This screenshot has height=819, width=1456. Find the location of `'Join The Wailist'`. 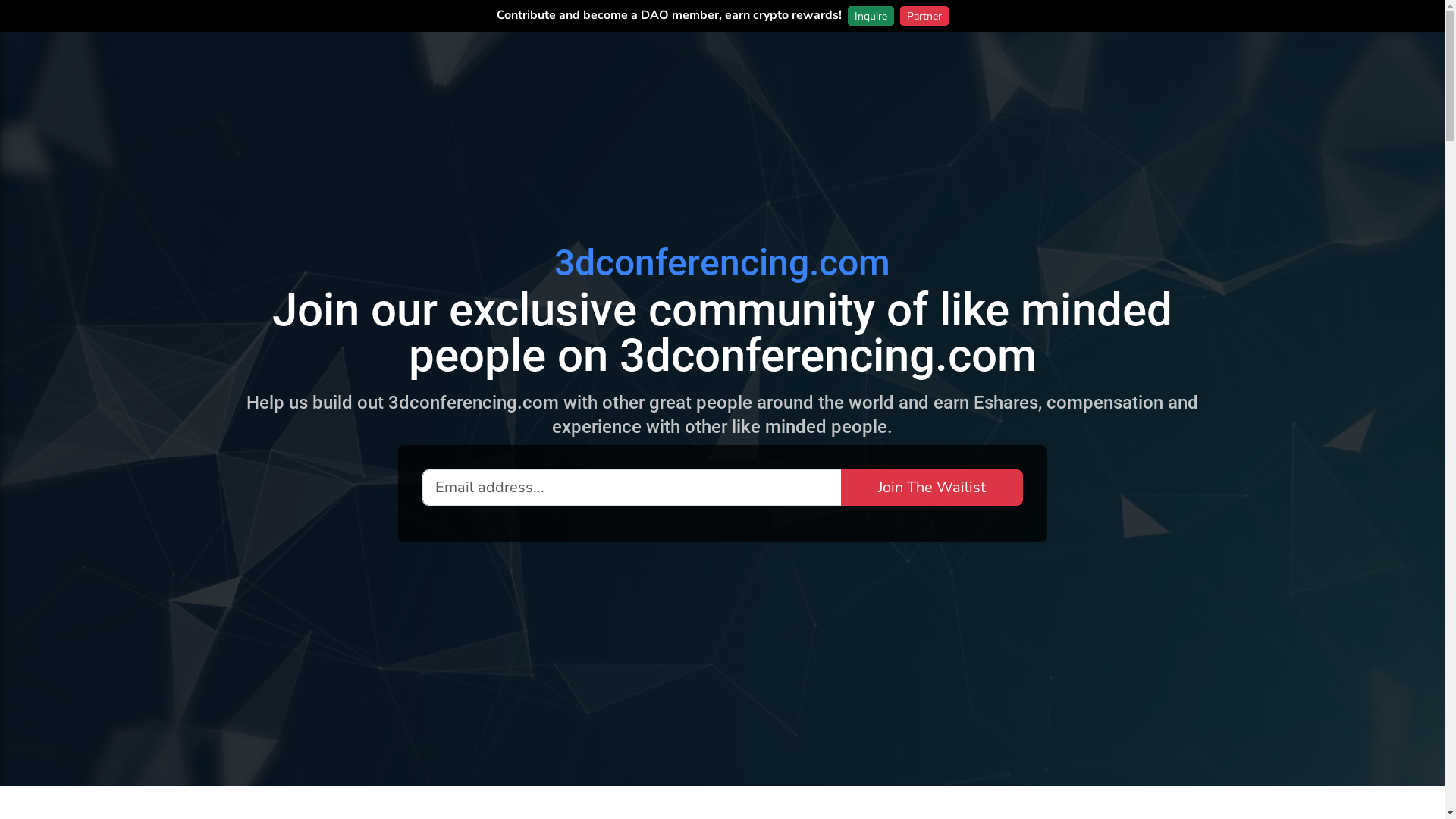

'Join The Wailist' is located at coordinates (930, 486).